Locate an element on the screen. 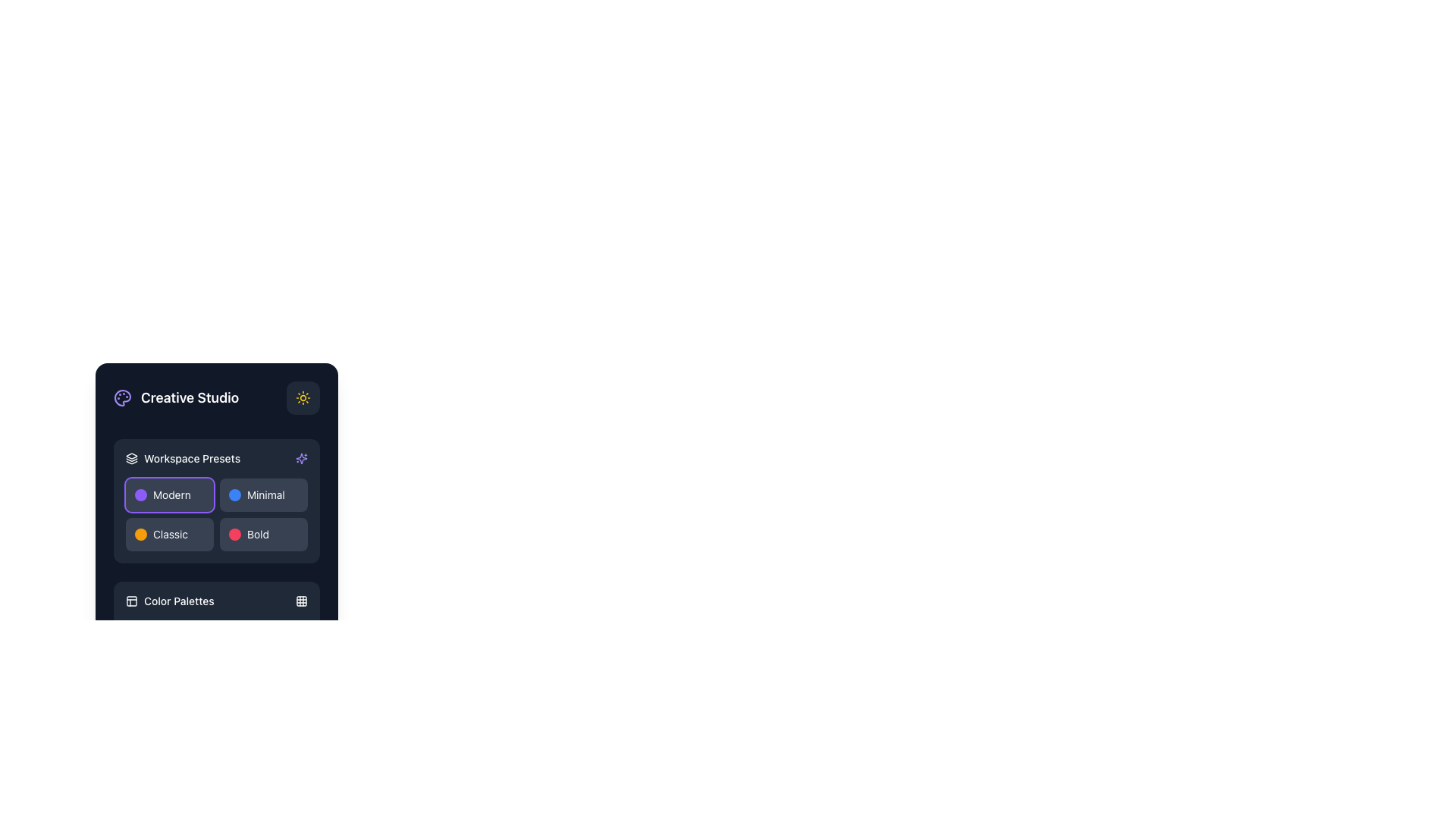  the icon shaped like layered rectangles, which is located on the left side of the toolbar beside the text 'Workspace Presets' is located at coordinates (131, 458).